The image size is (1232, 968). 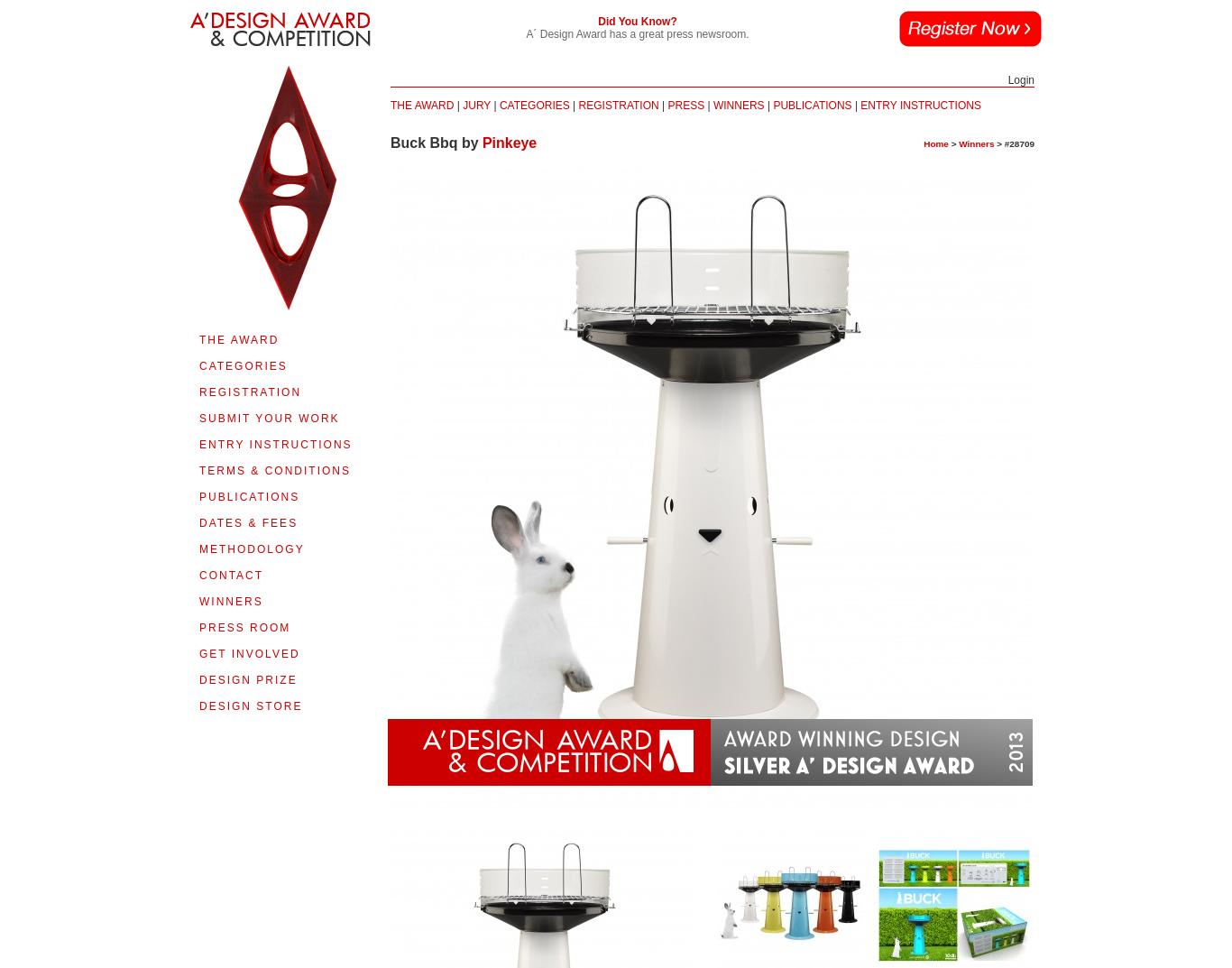 What do you see at coordinates (251, 549) in the screenshot?
I see `'METHODOLOGY'` at bounding box center [251, 549].